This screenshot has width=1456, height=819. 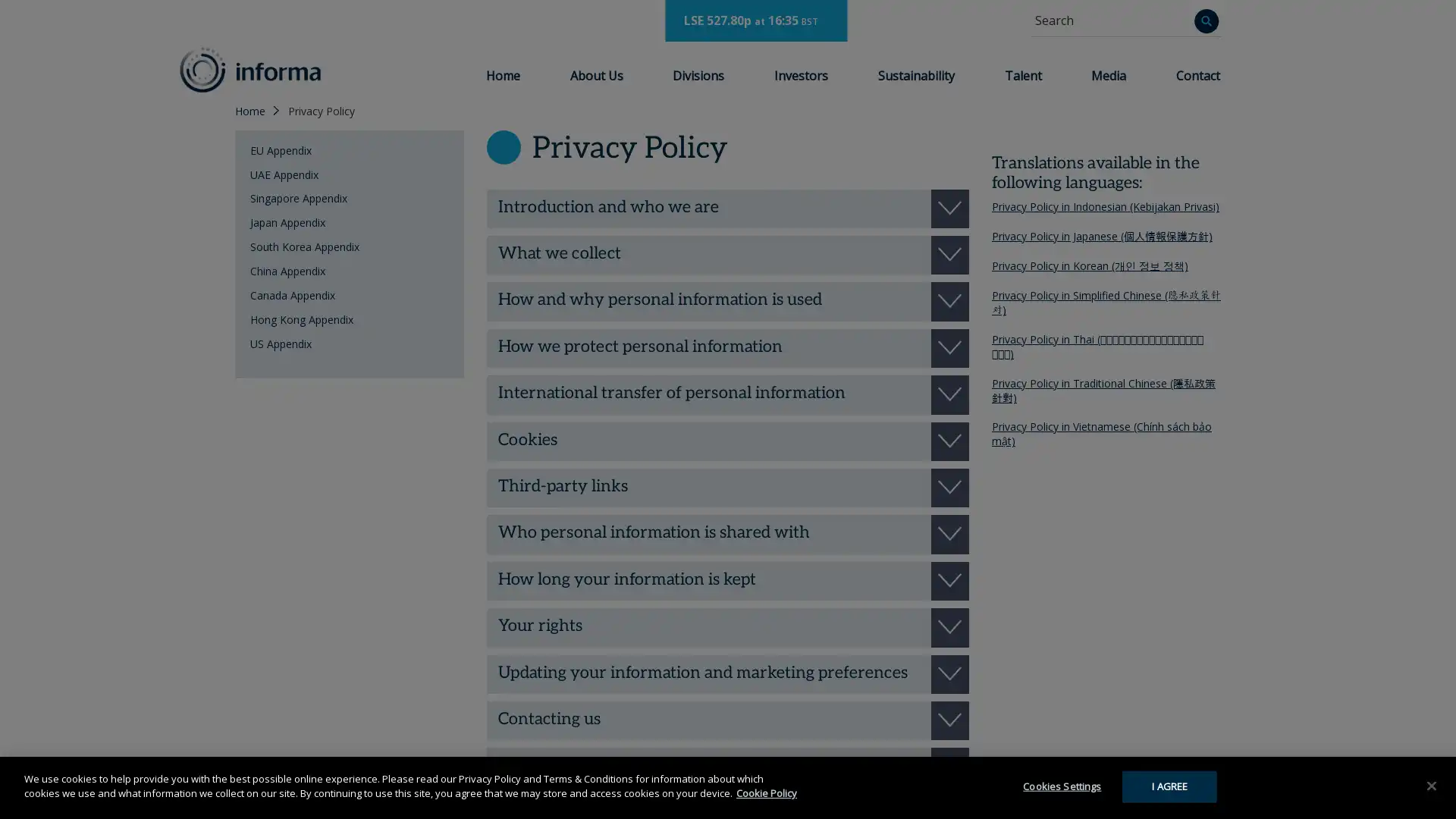 I want to click on Close, so click(x=1430, y=785).